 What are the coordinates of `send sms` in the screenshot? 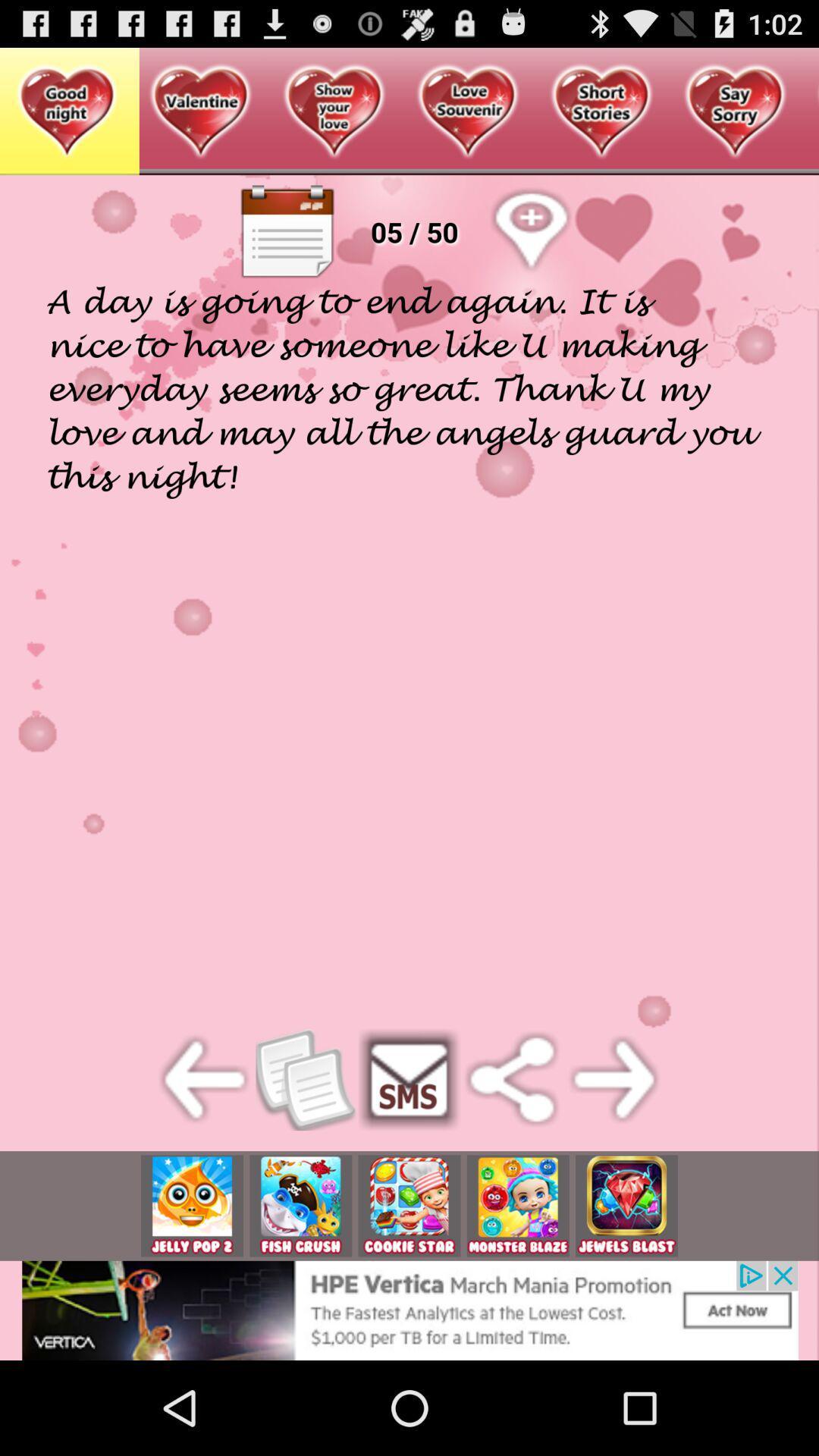 It's located at (409, 1078).